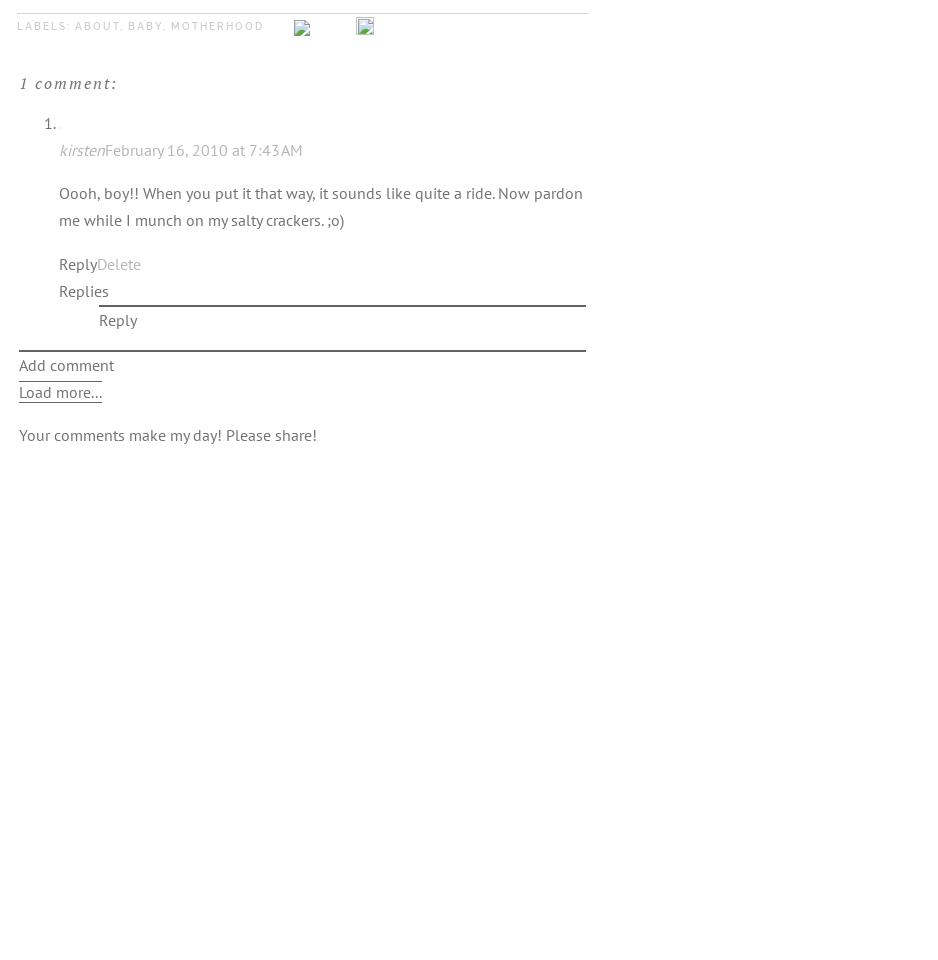 This screenshot has width=938, height=960. Describe the element at coordinates (81, 147) in the screenshot. I see `'kirsten'` at that location.